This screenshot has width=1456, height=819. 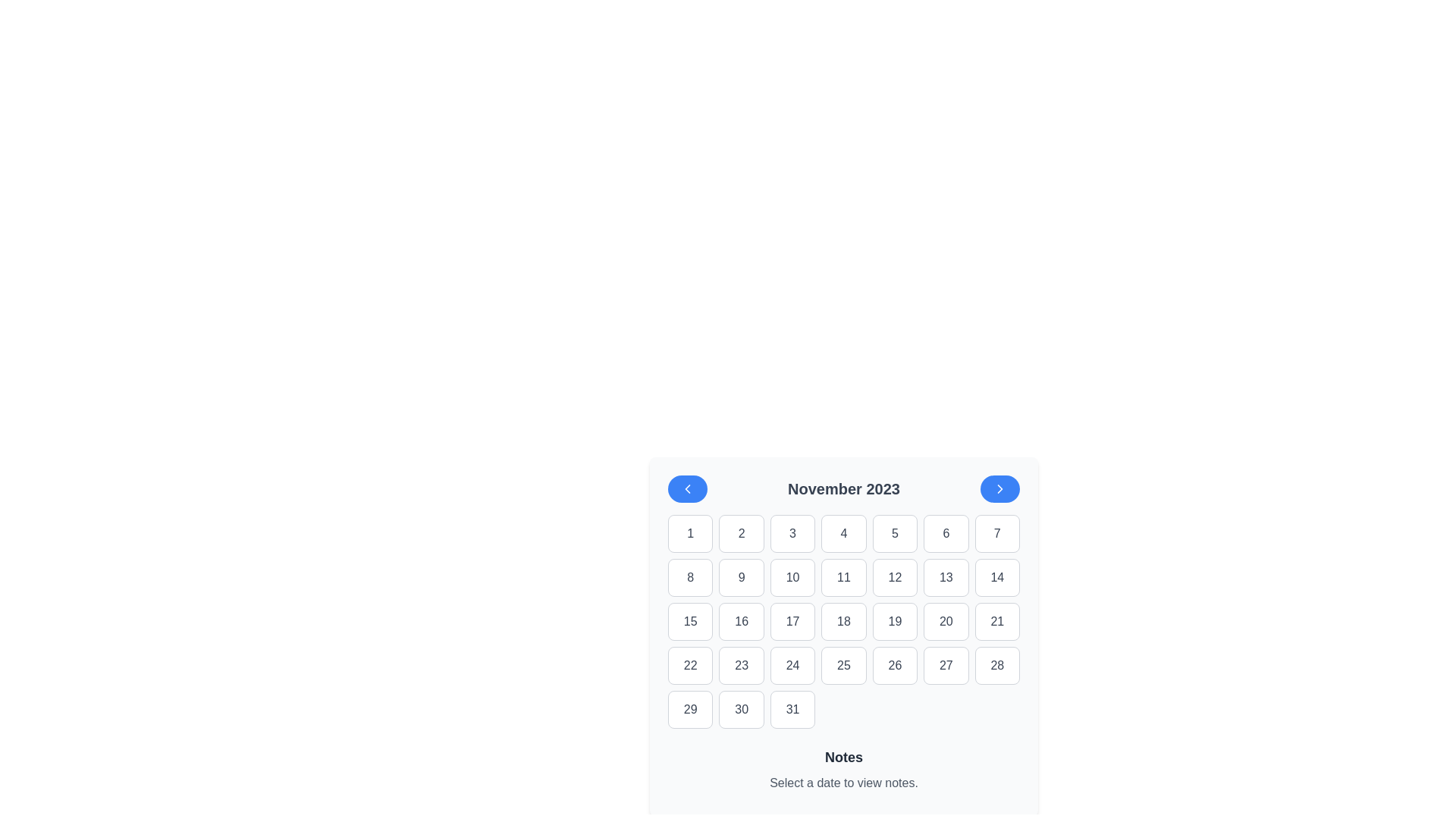 I want to click on the button with the number '29', which has a white background, soft rounded corners, and dark gray text, positioned in the sixth row of a grid in the lower-left quadrant of the calendar interface, so click(x=689, y=710).